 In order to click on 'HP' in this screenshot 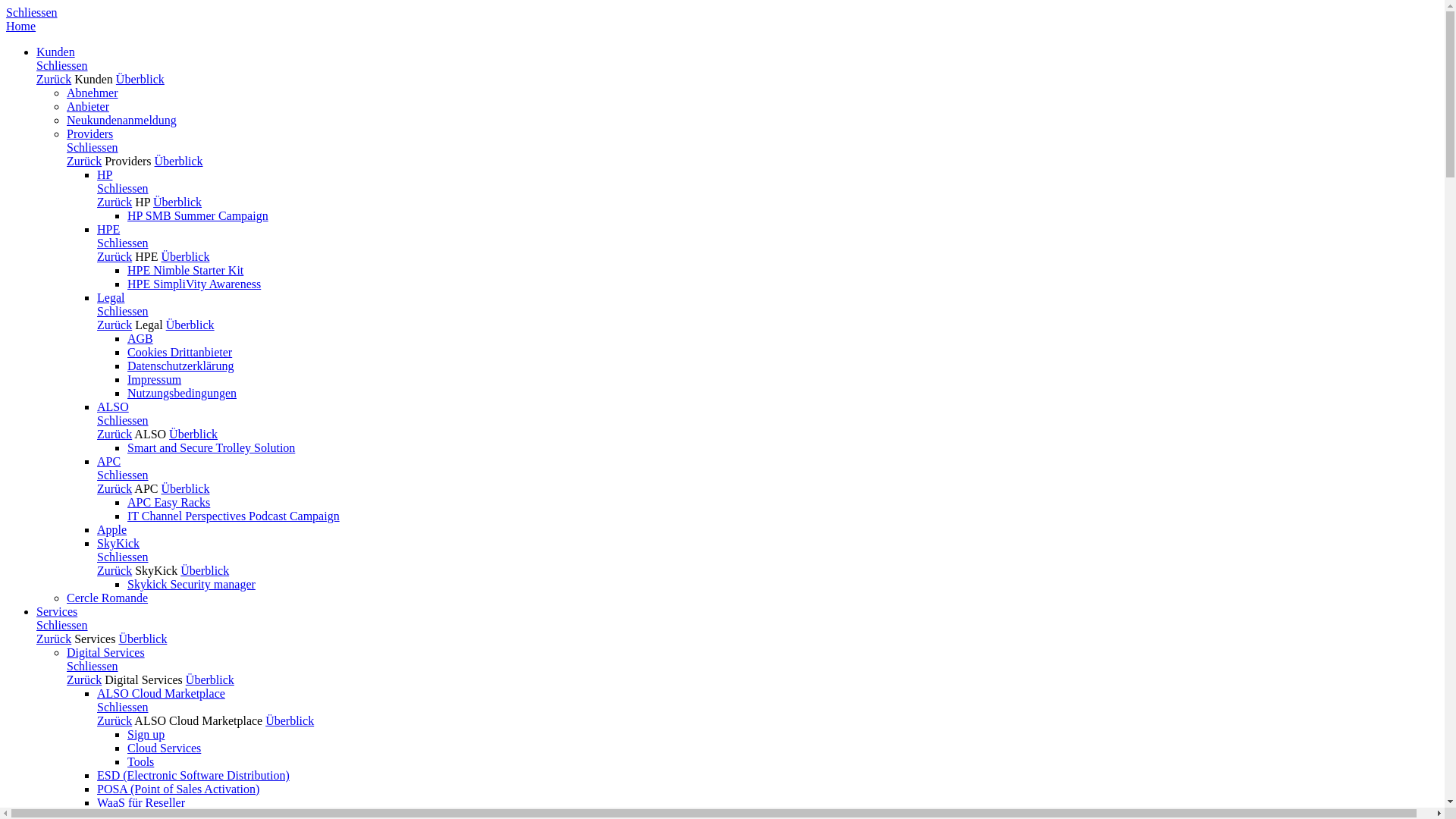, I will do `click(104, 174)`.